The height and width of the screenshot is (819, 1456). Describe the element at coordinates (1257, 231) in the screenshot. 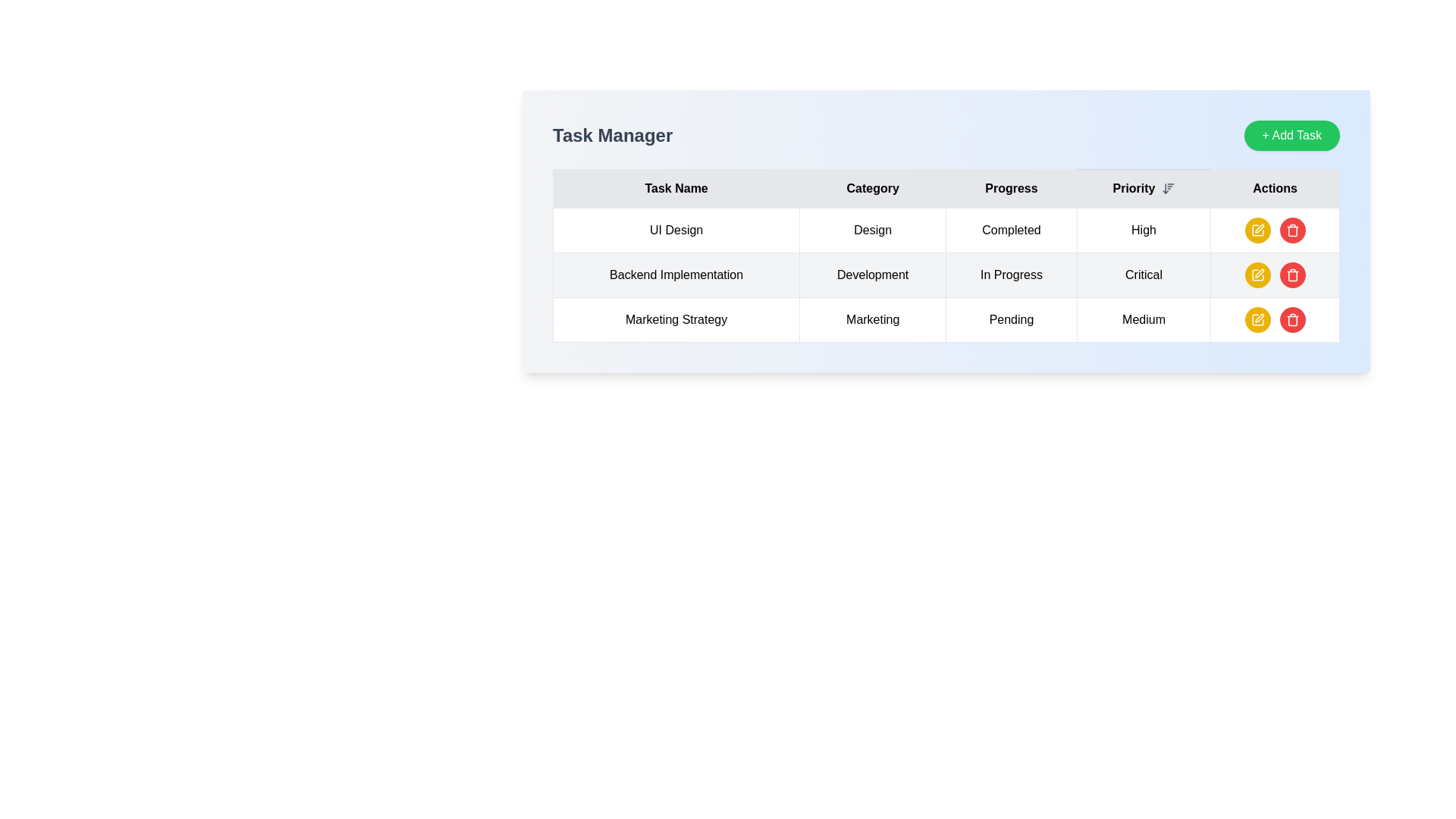

I see `the icon button for editing tasks in the 'Actions' column of the first row of the task management table` at that location.